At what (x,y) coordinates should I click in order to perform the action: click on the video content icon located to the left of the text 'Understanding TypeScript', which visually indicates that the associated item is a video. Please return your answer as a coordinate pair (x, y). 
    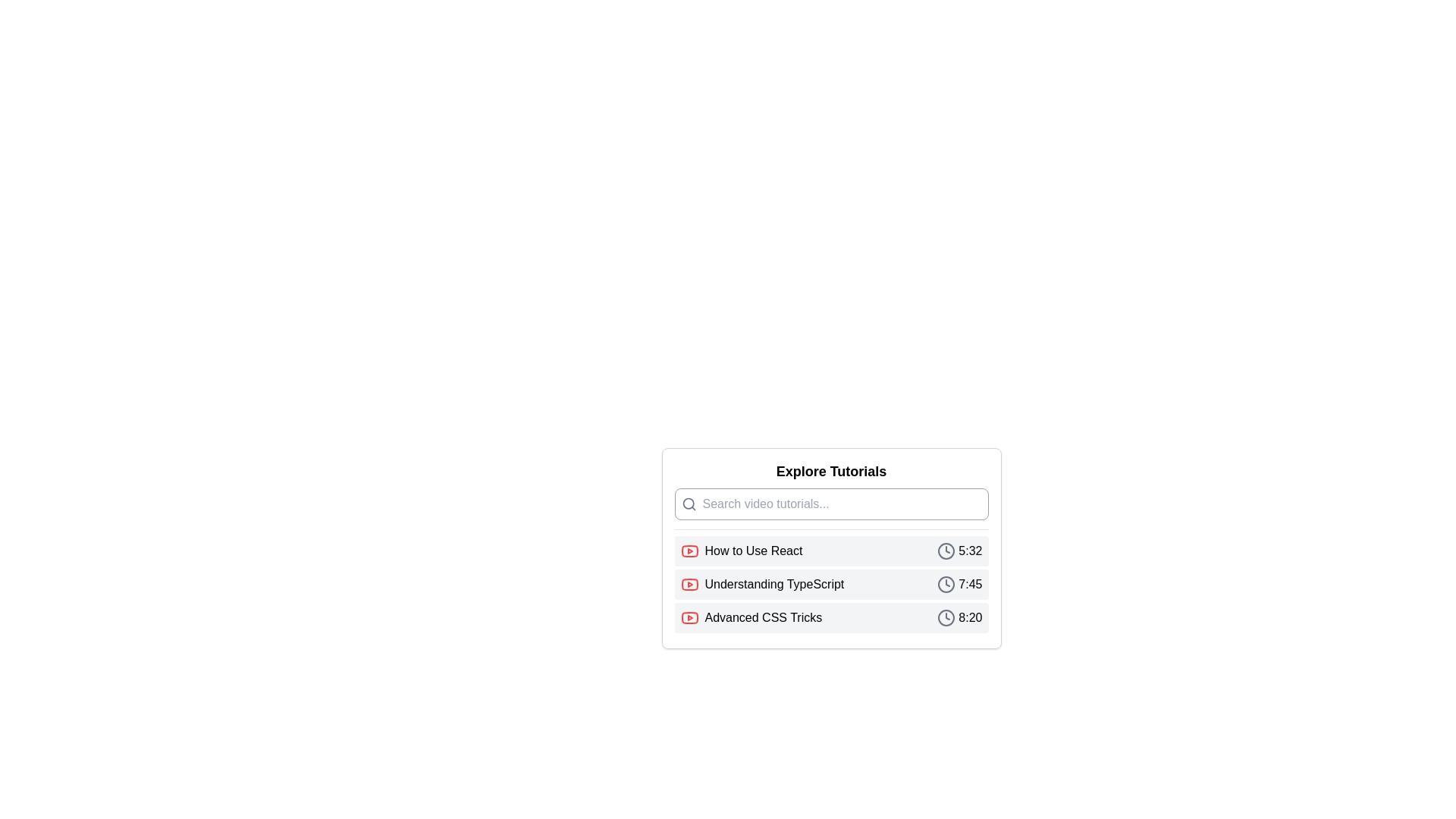
    Looking at the image, I should click on (689, 584).